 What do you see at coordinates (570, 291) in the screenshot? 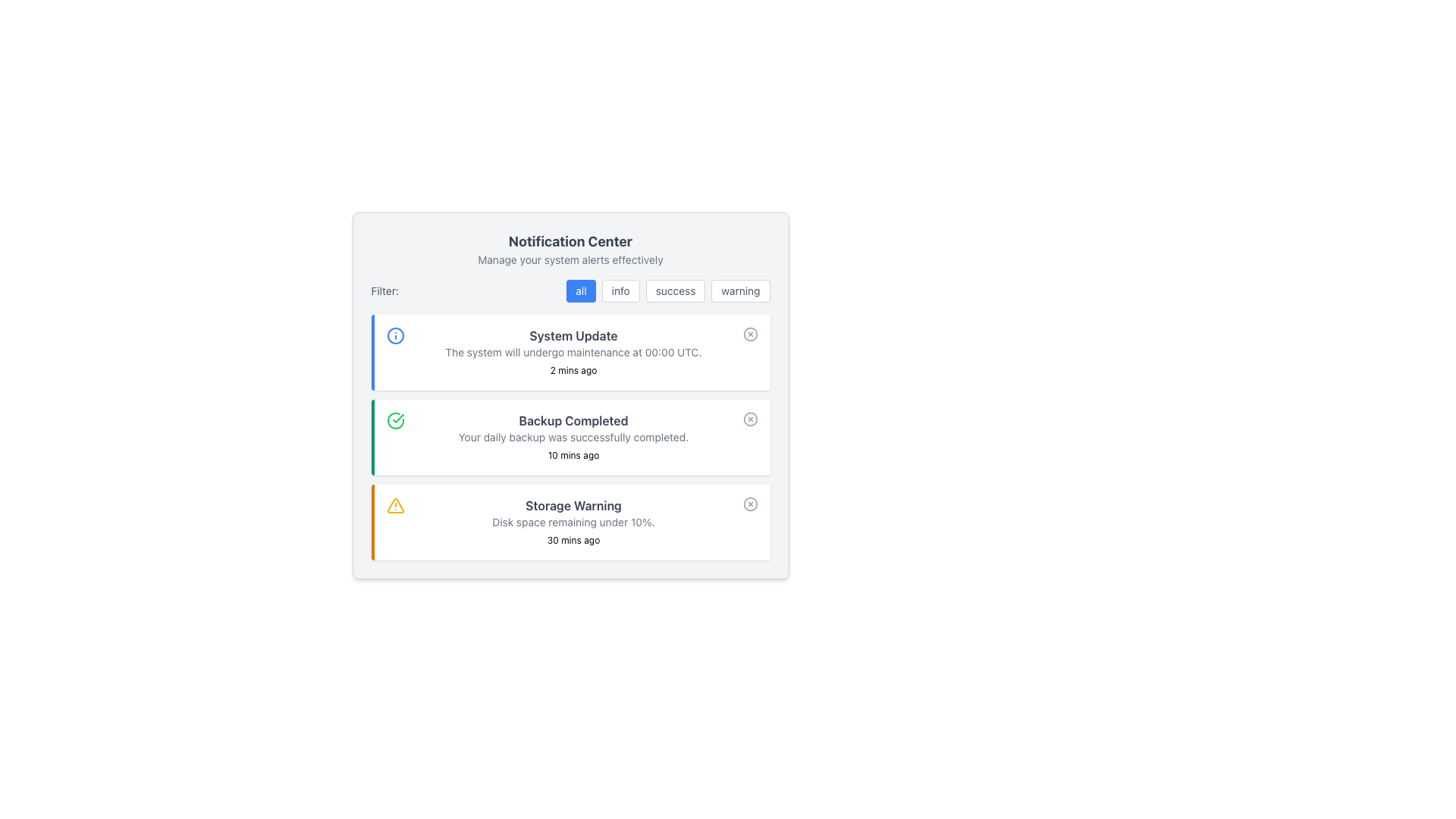
I see `the 'all' button in the notification filter button group located beneath 'Notification Center'` at bounding box center [570, 291].